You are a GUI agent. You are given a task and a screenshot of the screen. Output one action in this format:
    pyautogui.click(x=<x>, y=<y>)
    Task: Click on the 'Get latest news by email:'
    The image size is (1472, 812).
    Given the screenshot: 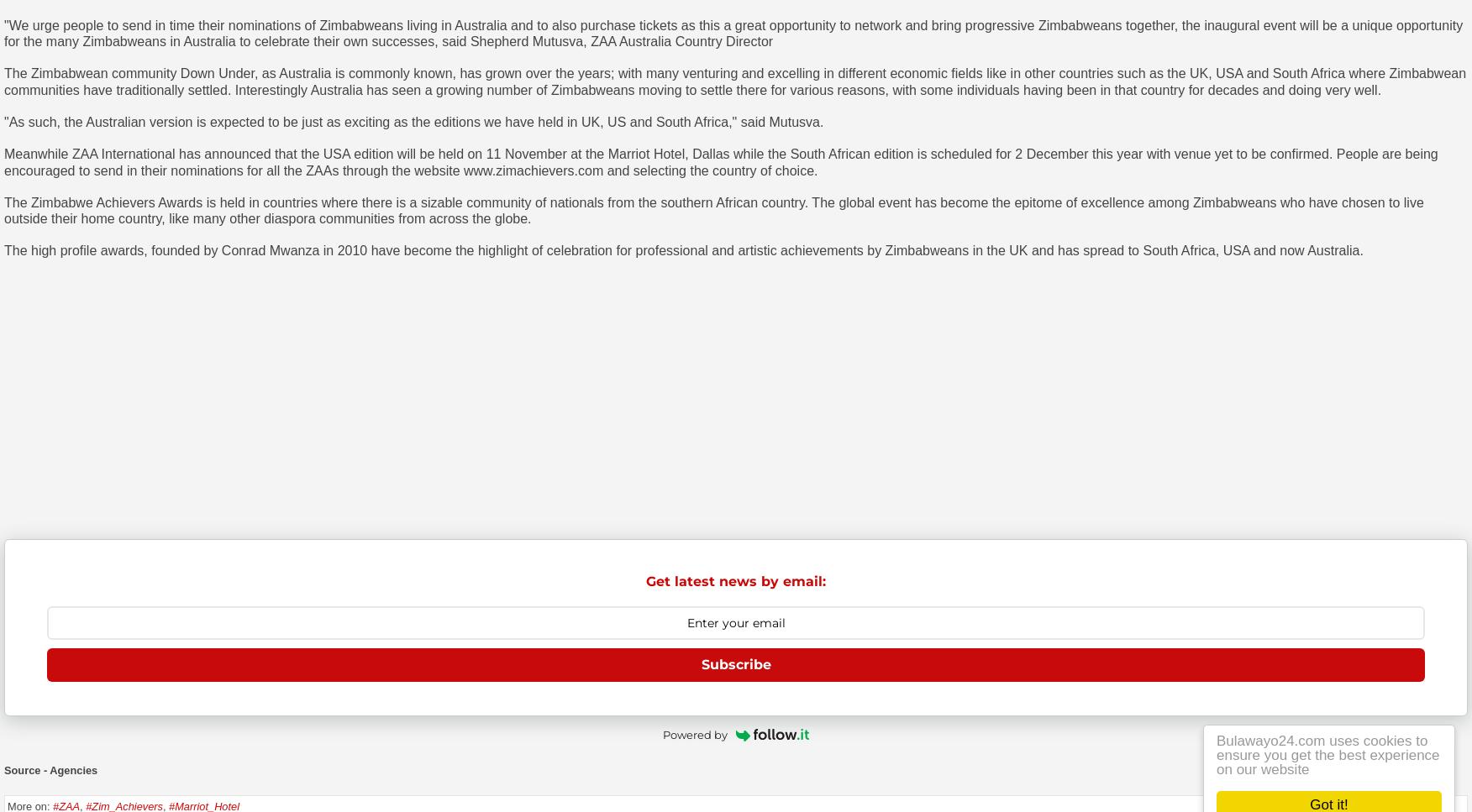 What is the action you would take?
    pyautogui.click(x=645, y=581)
    